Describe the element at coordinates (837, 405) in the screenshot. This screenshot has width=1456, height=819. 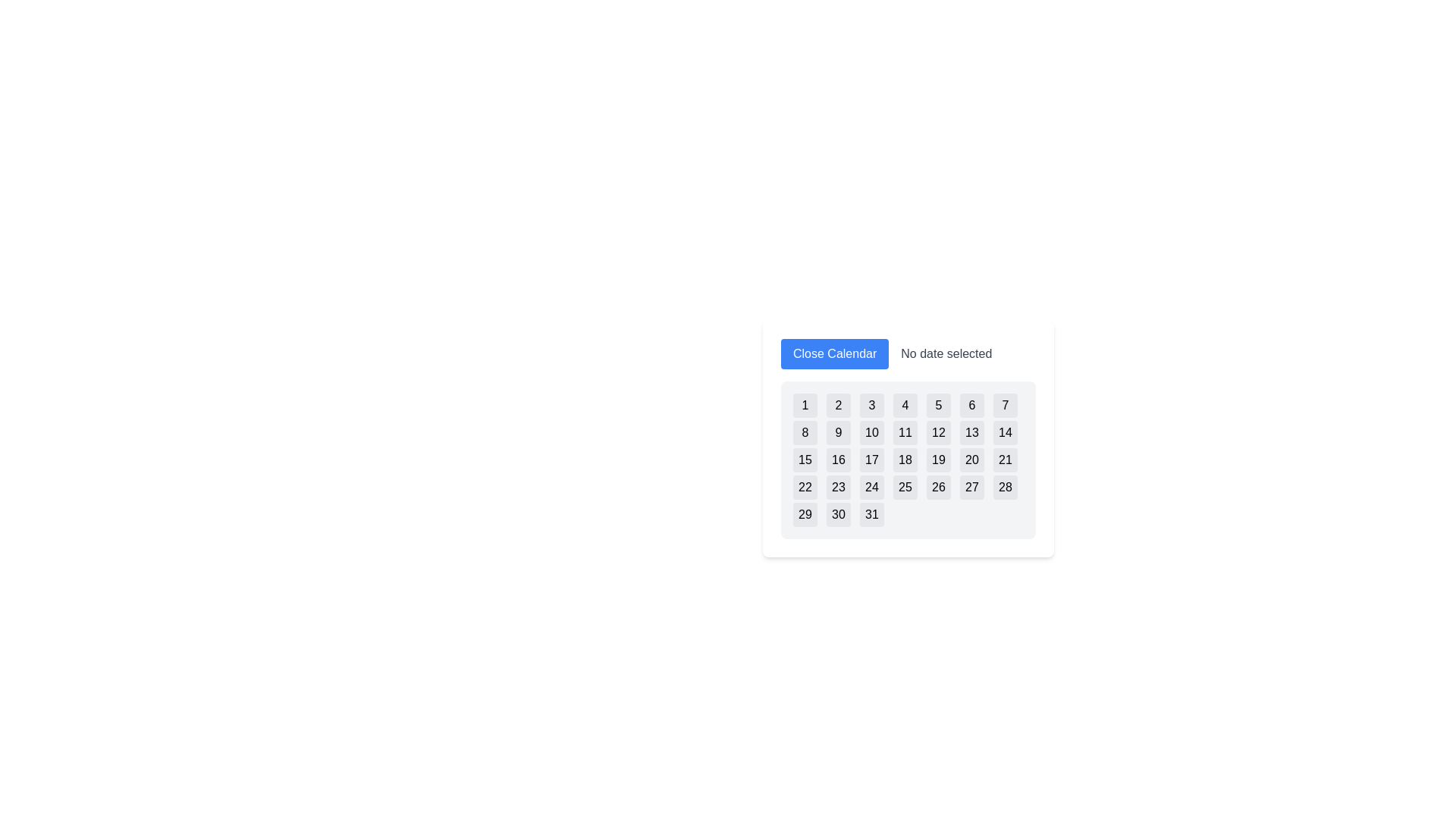
I see `the second button in the top row of the calendar component` at that location.